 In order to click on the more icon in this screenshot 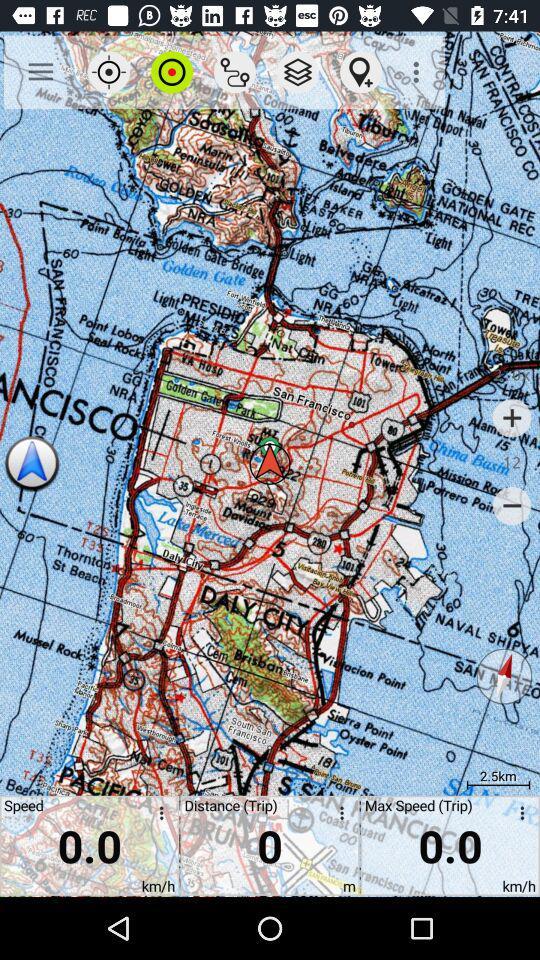, I will do `click(157, 816)`.